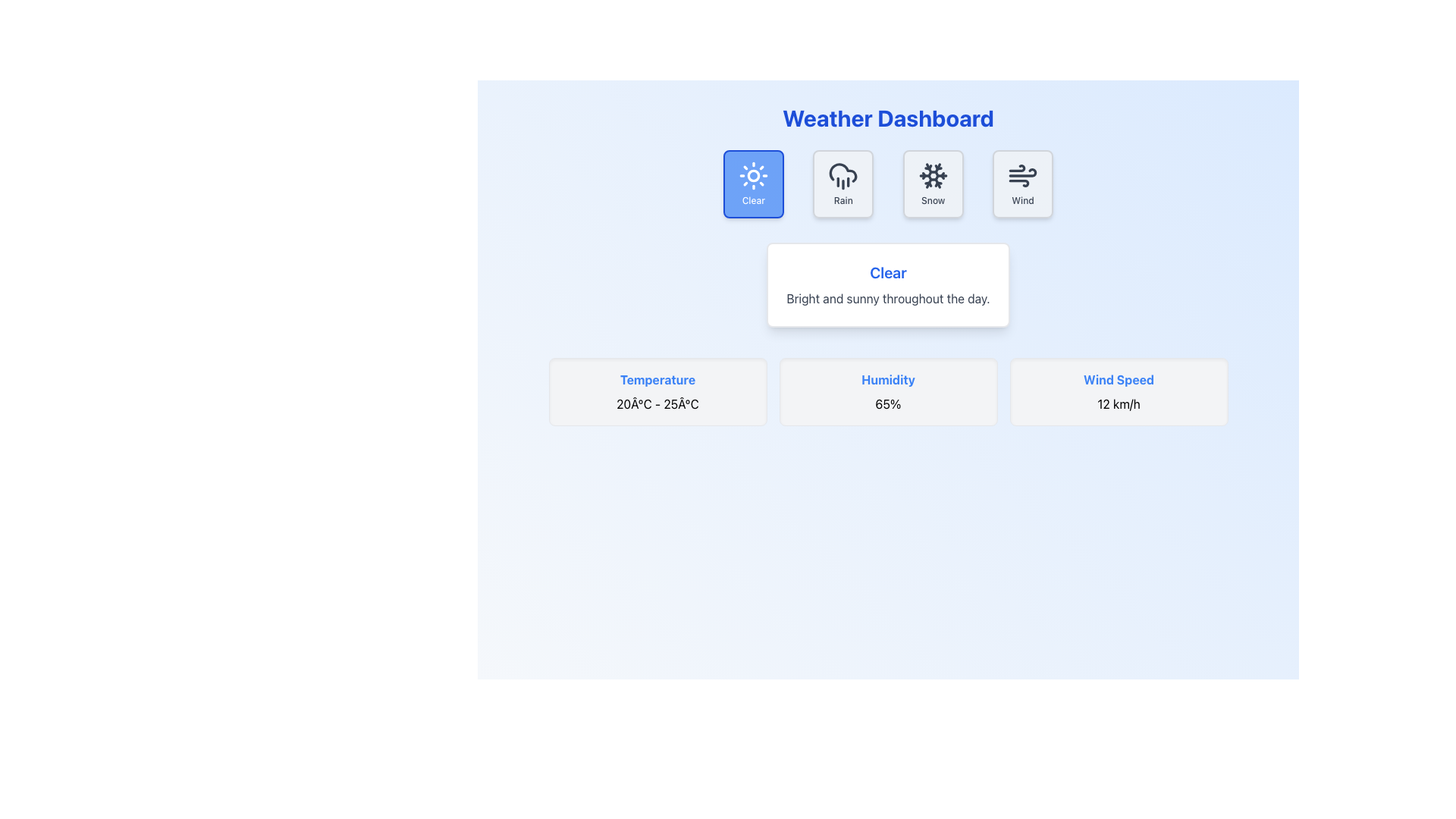 This screenshot has height=819, width=1456. I want to click on the wind icon, which is a minimalist SVG graphical element with three horizontal curved lines and the text 'Wind' below it, so click(1022, 174).